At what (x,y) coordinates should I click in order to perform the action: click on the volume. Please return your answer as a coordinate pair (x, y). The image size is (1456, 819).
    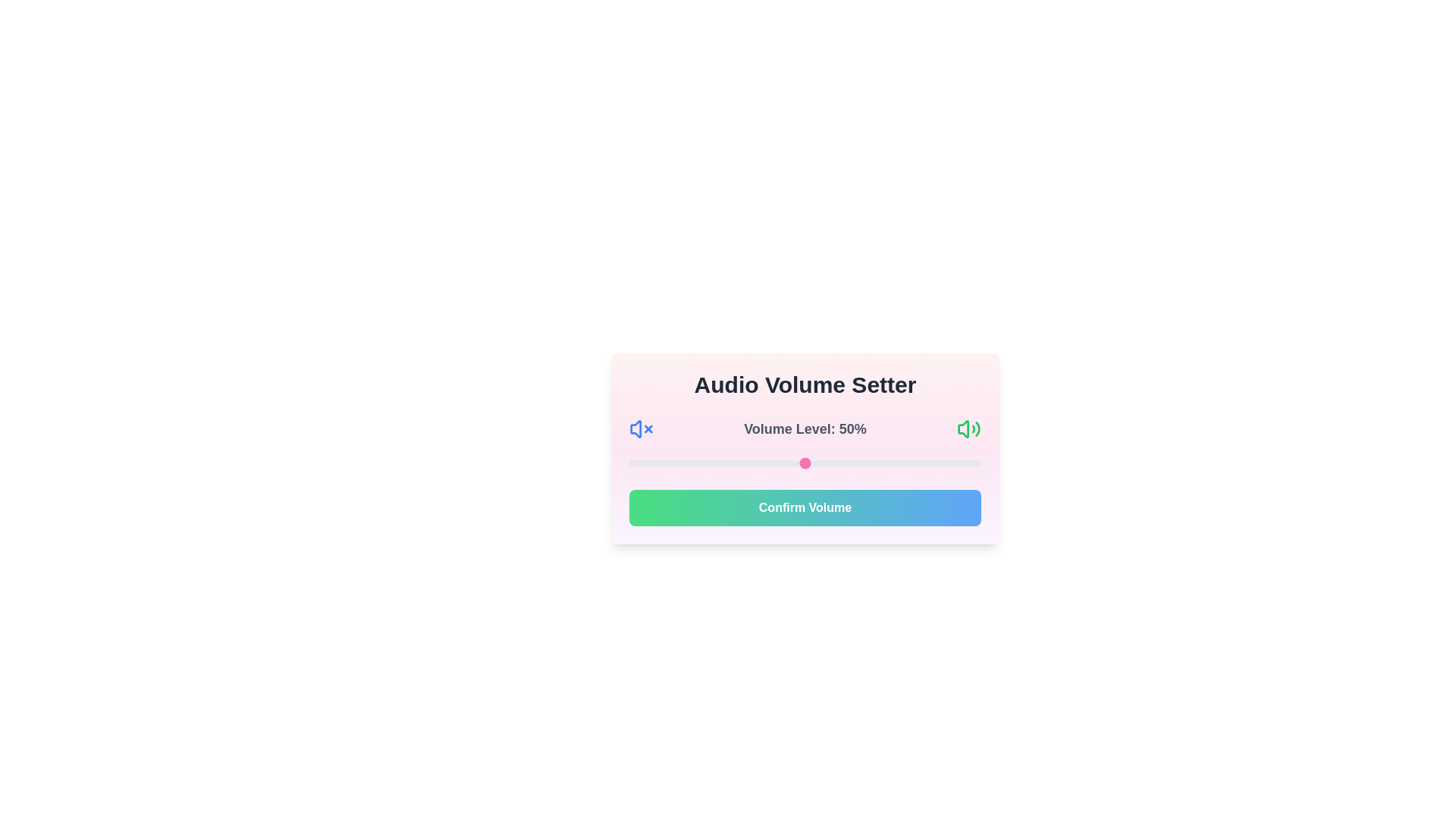
    Looking at the image, I should click on (896, 462).